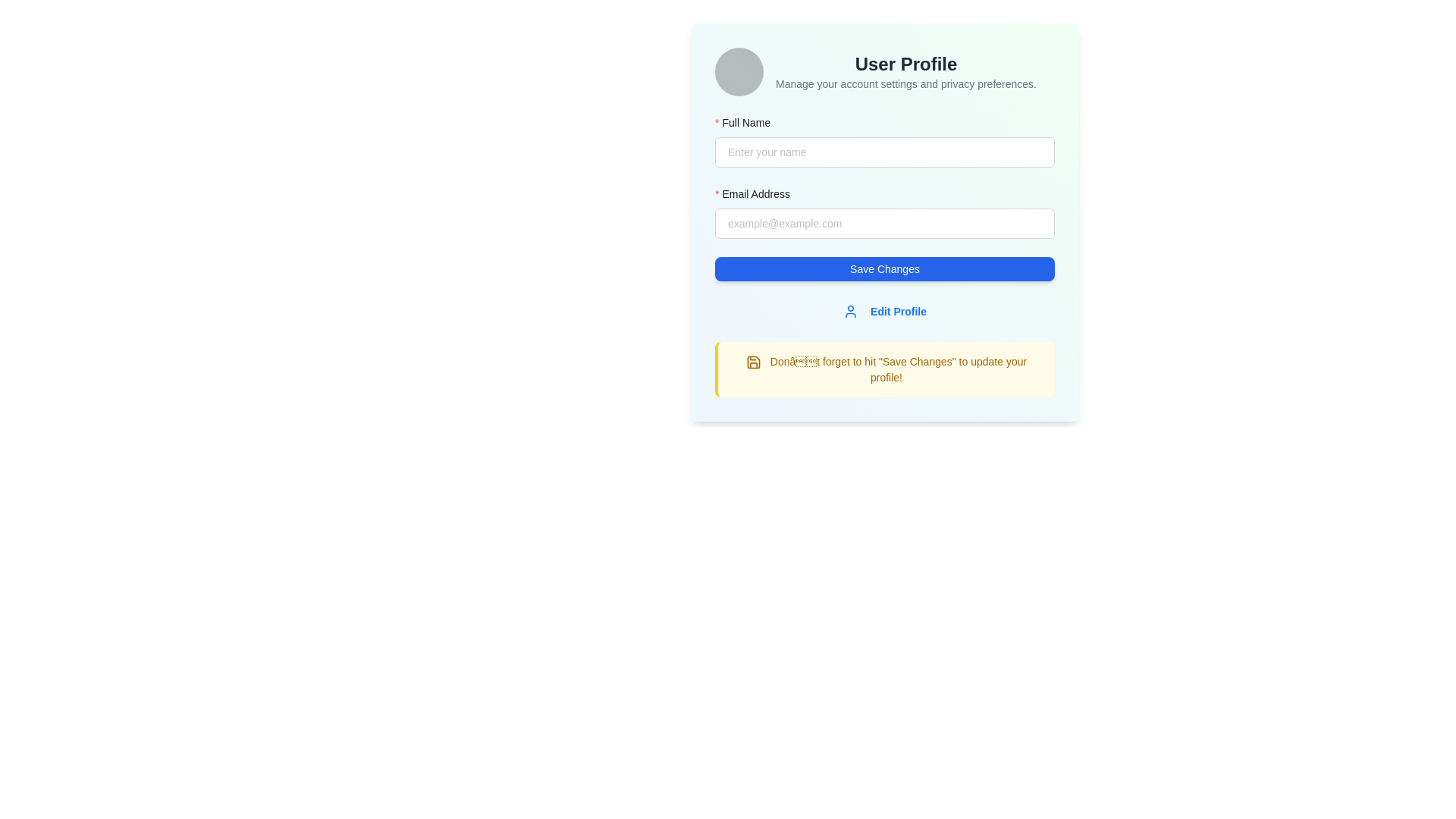 The image size is (1456, 819). I want to click on the email address label located within the form layout, situated directly below the 'Full Name' field label and above the email input box, so click(758, 193).